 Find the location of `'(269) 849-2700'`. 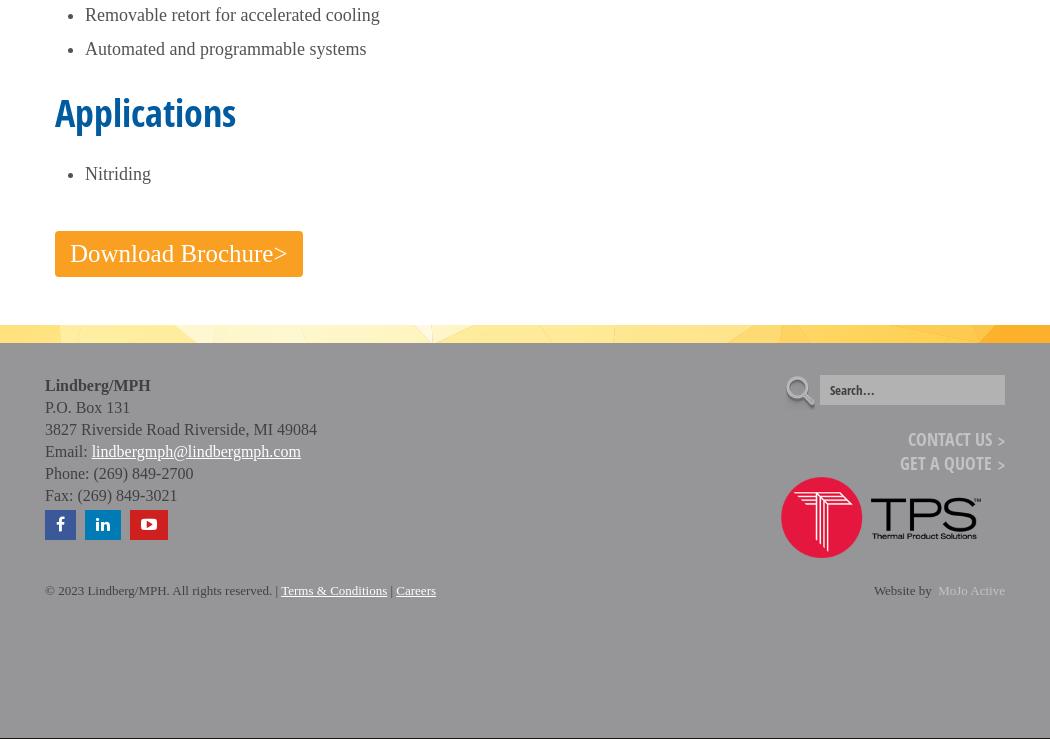

'(269) 849-2700' is located at coordinates (142, 472).